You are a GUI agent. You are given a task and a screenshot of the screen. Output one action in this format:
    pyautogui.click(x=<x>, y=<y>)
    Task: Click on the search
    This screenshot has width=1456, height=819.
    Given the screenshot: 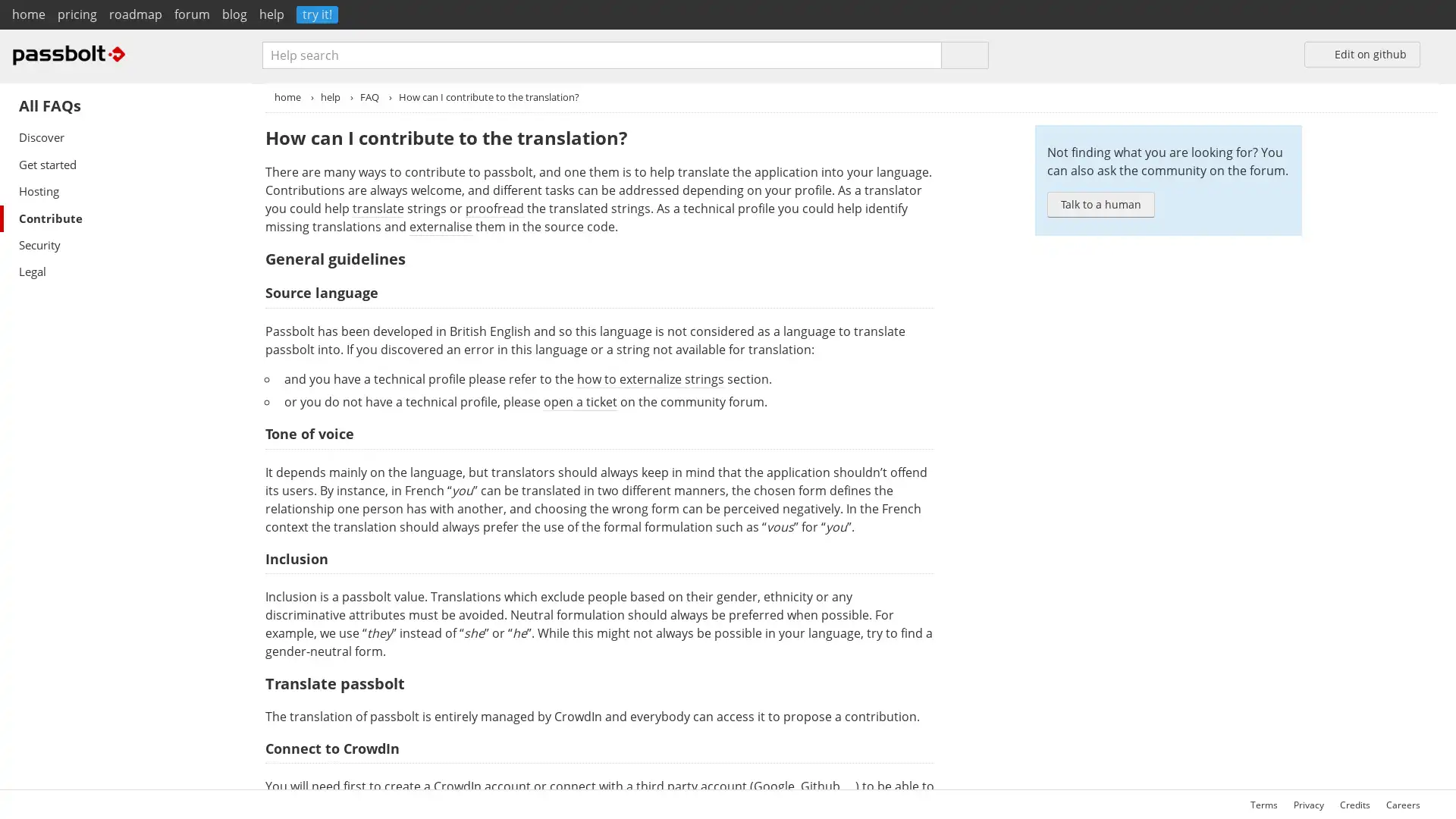 What is the action you would take?
    pyautogui.click(x=964, y=54)
    